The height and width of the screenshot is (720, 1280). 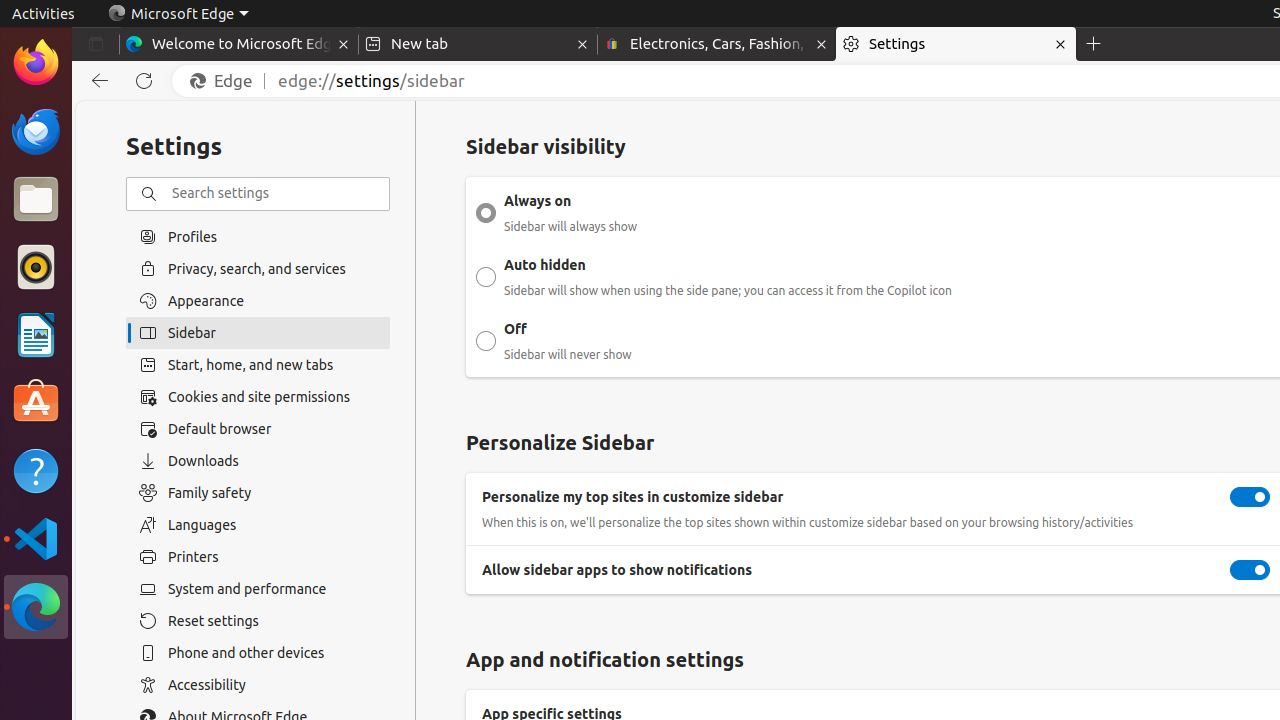 I want to click on 'Files', so click(x=35, y=199).